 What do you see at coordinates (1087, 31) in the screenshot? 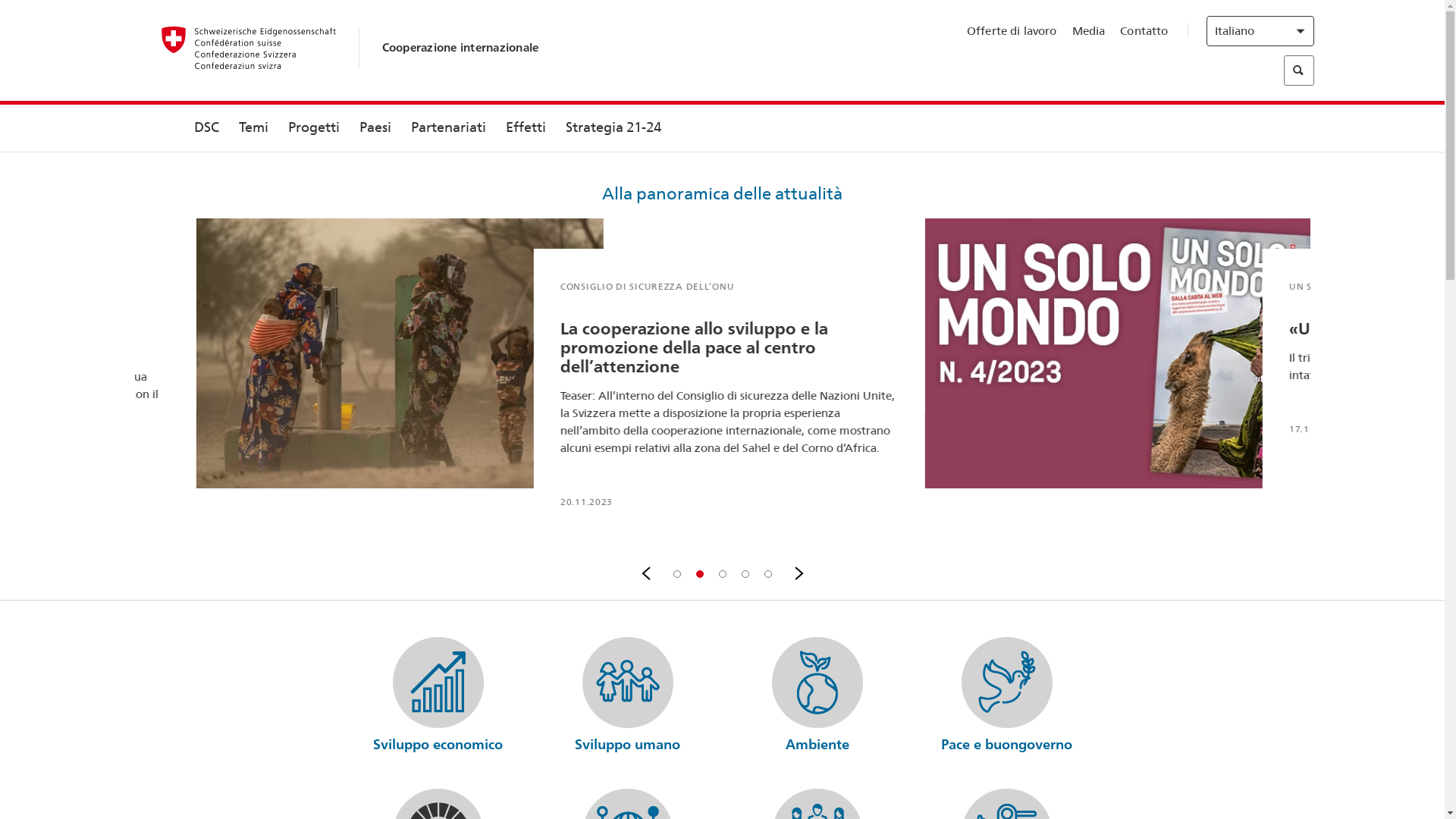
I see `'Media'` at bounding box center [1087, 31].